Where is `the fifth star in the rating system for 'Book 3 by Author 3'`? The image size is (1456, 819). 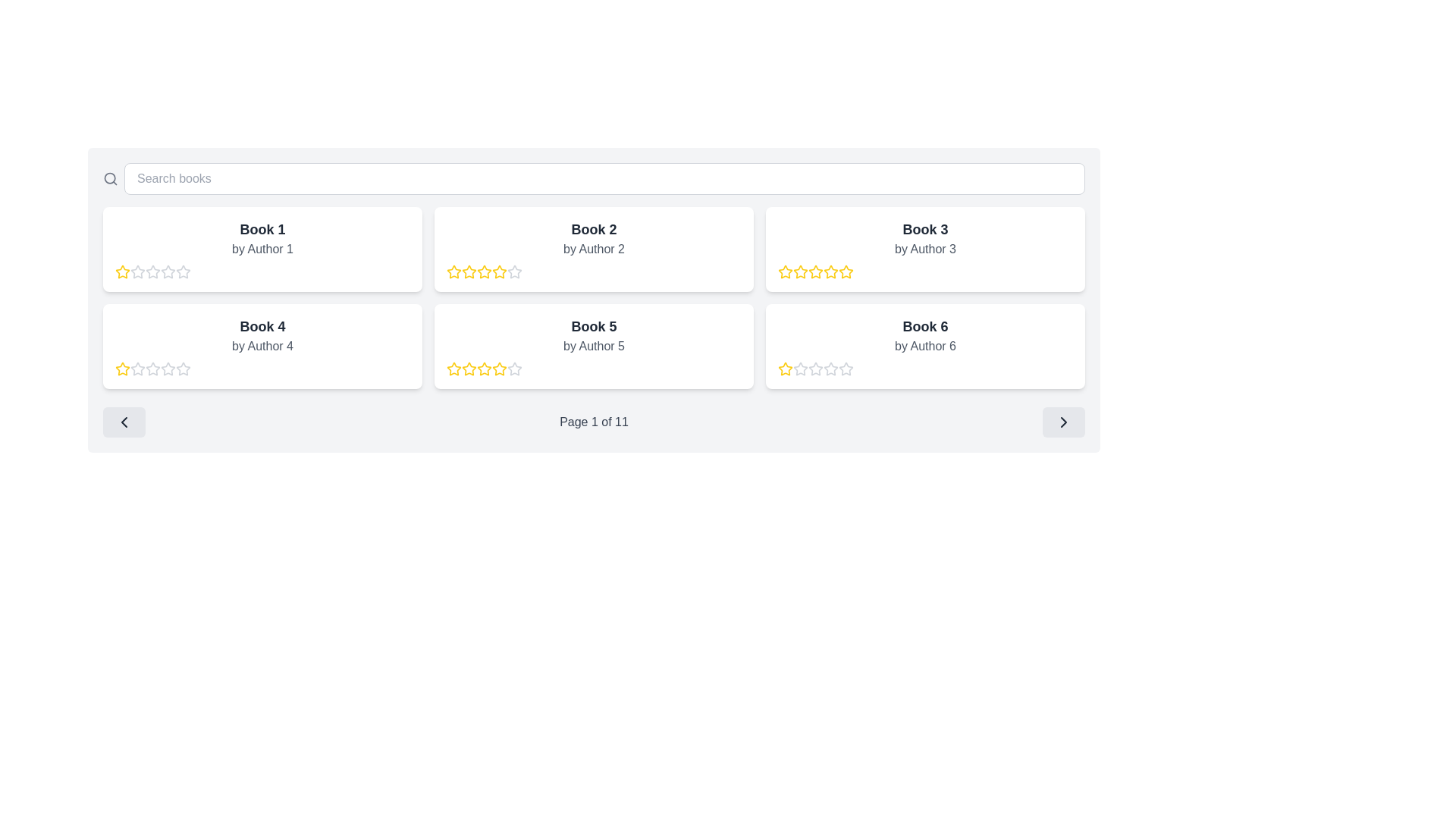 the fifth star in the rating system for 'Book 3 by Author 3' is located at coordinates (830, 271).